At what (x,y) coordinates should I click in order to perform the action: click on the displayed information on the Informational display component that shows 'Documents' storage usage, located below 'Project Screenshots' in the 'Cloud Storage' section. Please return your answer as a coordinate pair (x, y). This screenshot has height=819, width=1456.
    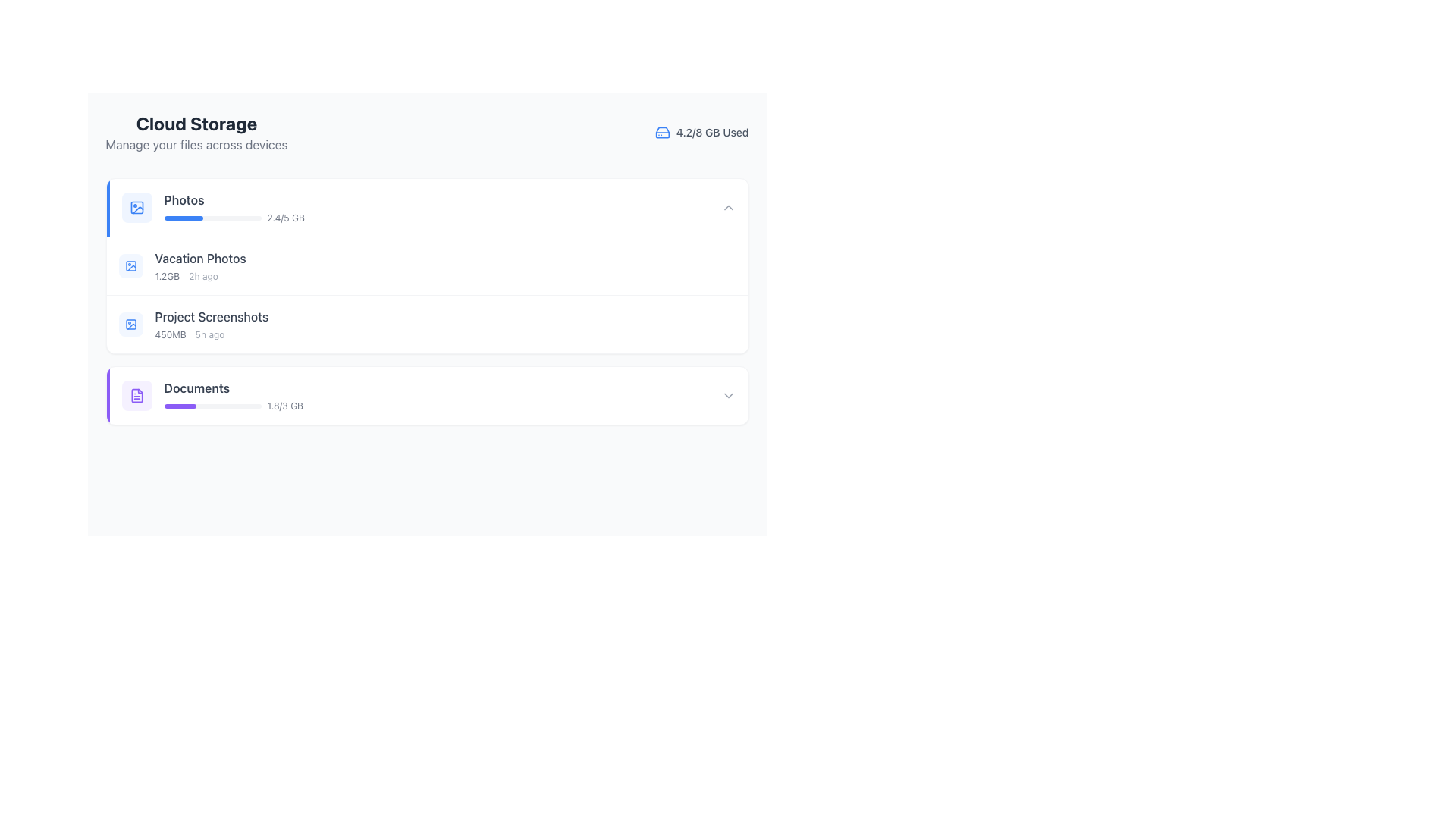
    Looking at the image, I should click on (212, 394).